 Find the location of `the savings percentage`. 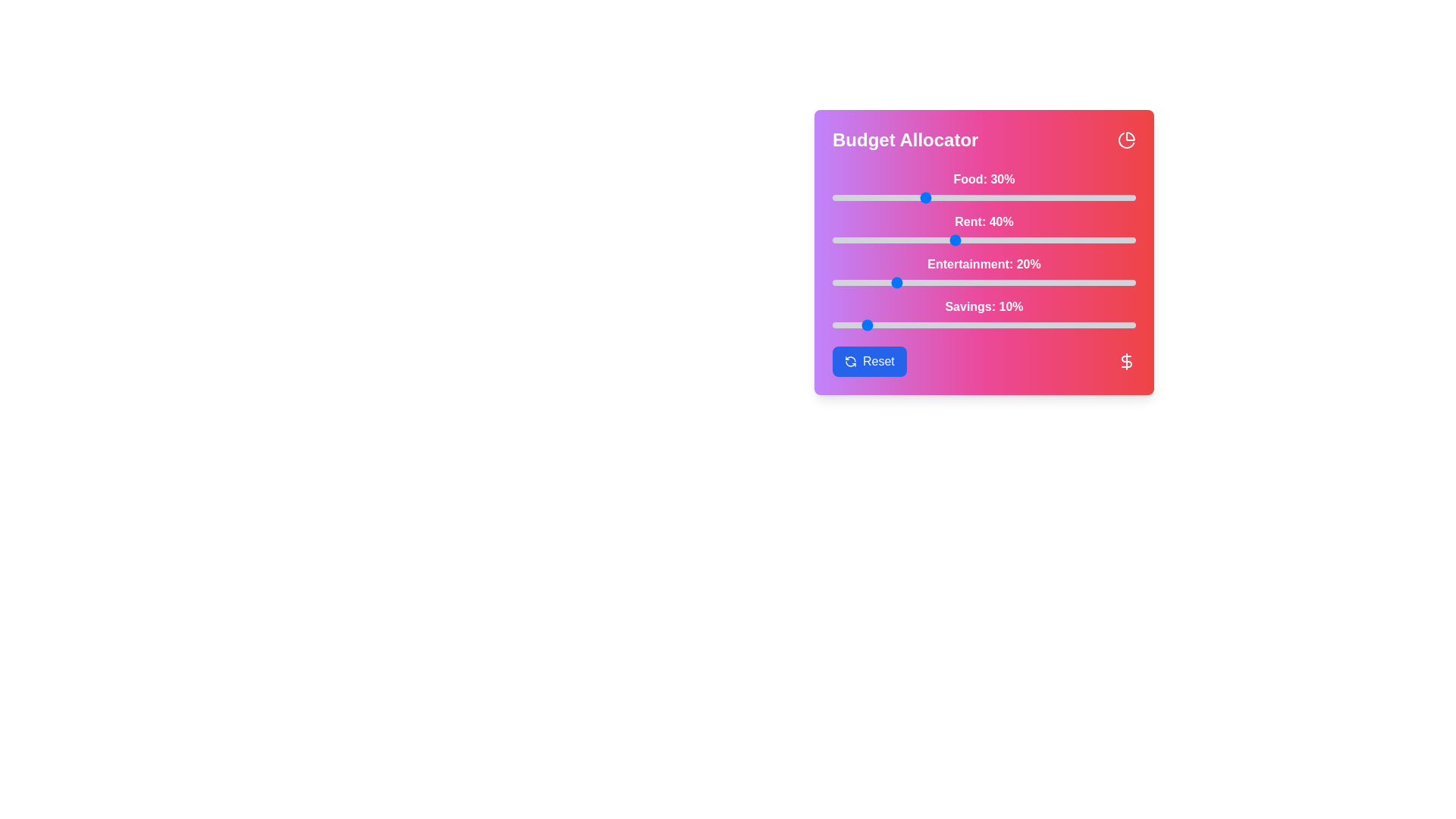

the savings percentage is located at coordinates (968, 324).